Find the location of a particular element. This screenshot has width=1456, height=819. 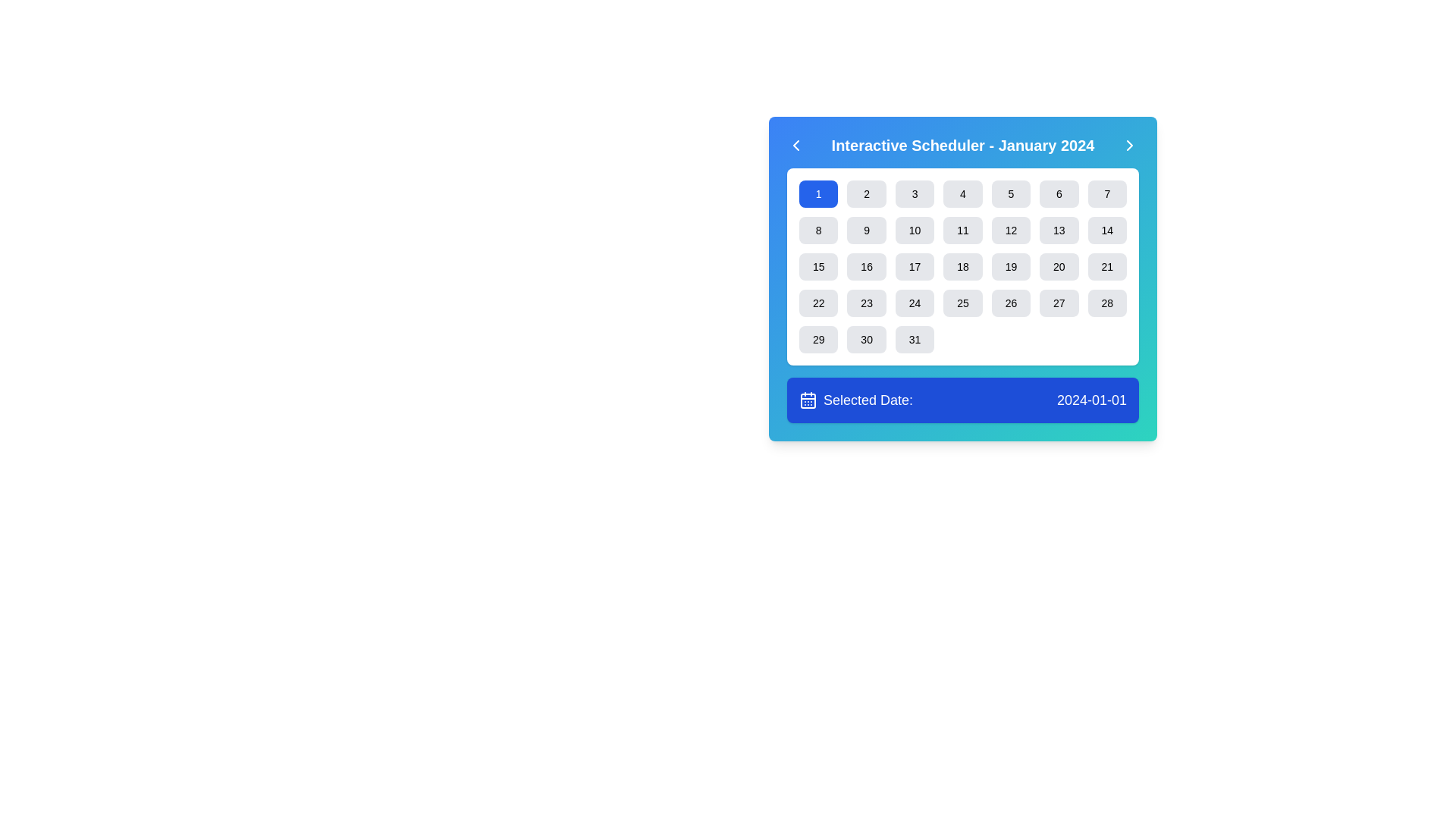

the button representing the seventh day of the month in the date scheduler is located at coordinates (1107, 193).